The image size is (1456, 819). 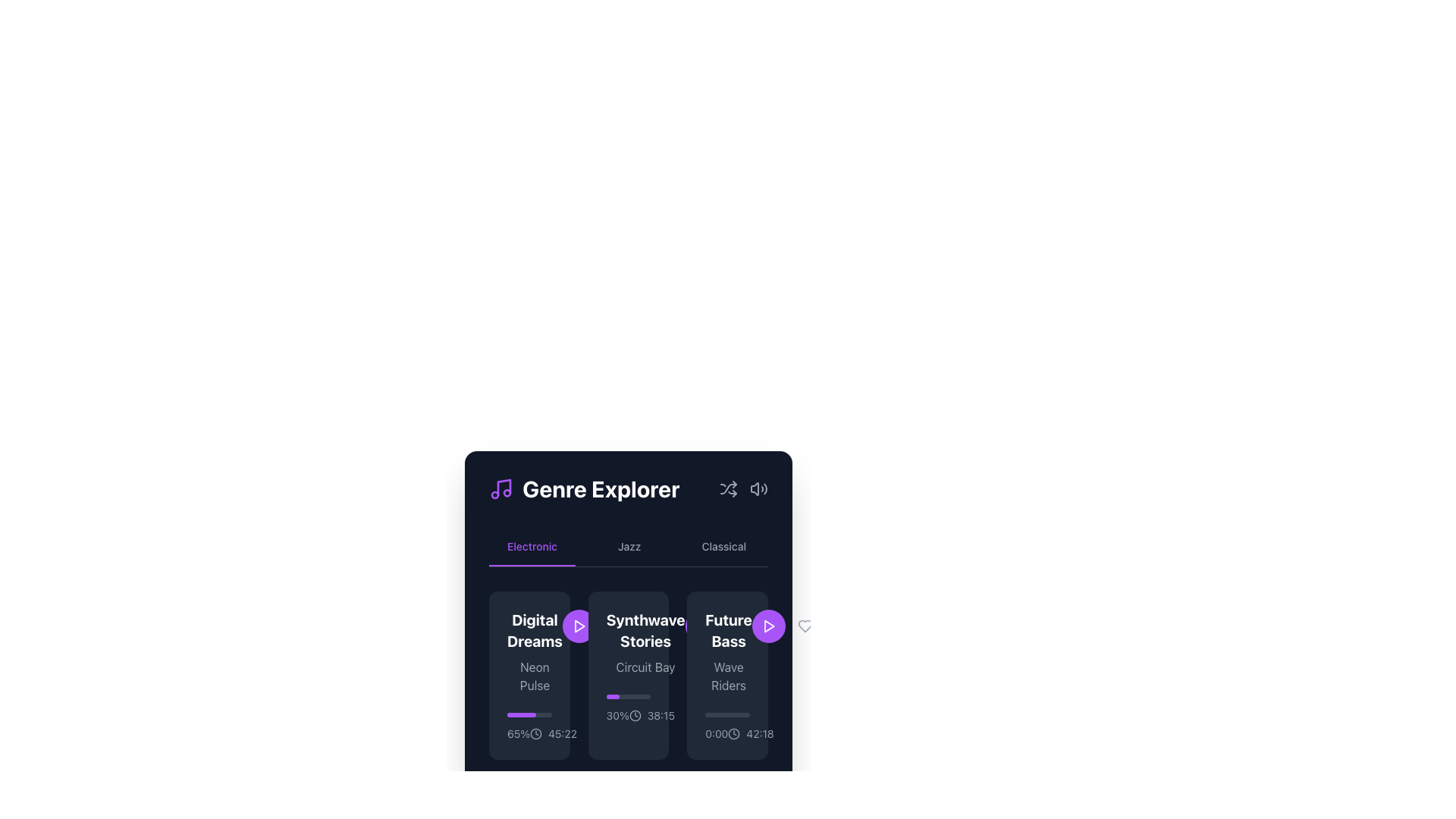 I want to click on the static text label that provides additional information related to the main title 'Digital Dreams', located directly beneath the title within the second section of the card, so click(x=535, y=675).